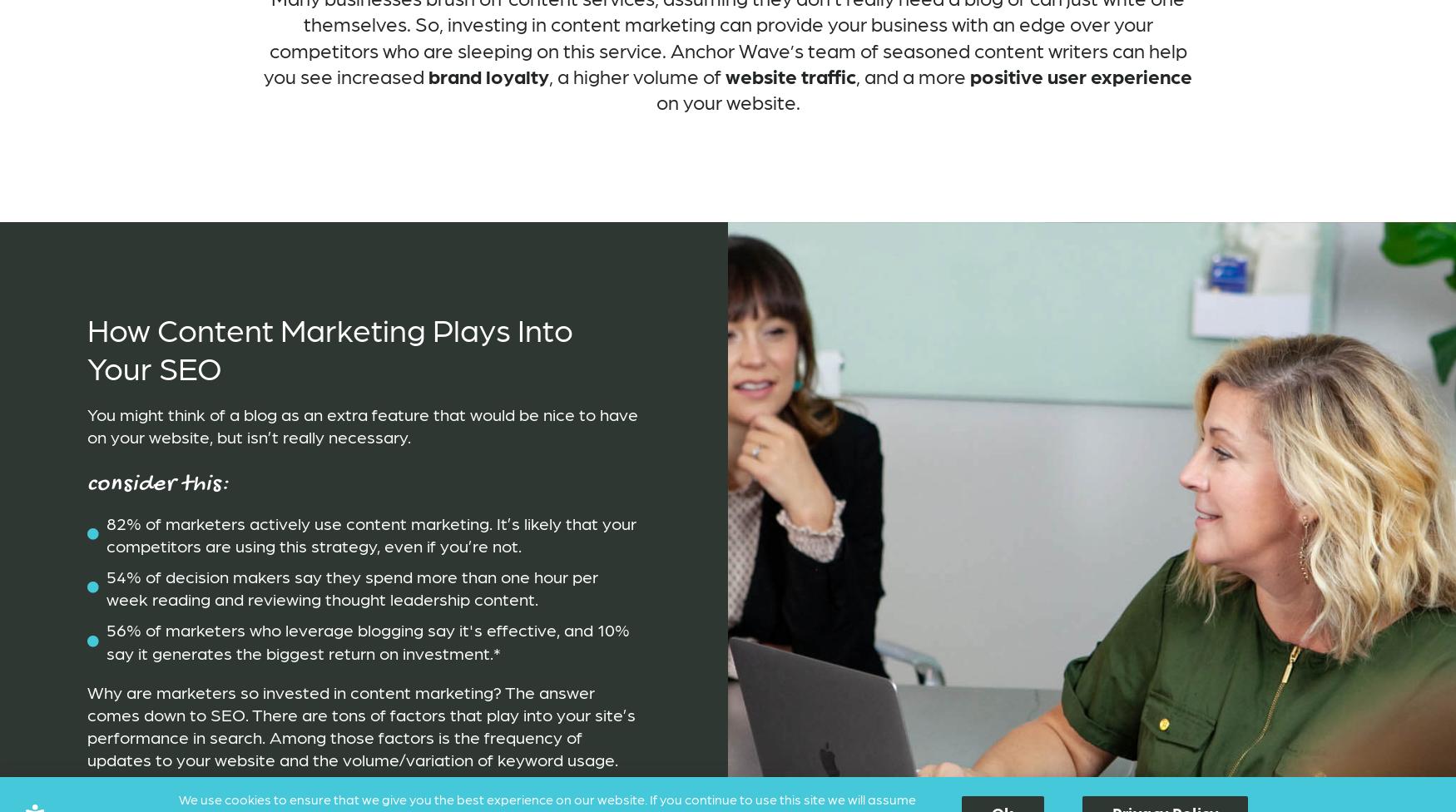  Describe the element at coordinates (367, 640) in the screenshot. I see `'56% of marketers who leverage blogging say it's effective, and 10% say it generates the biggest return on investment.*'` at that location.